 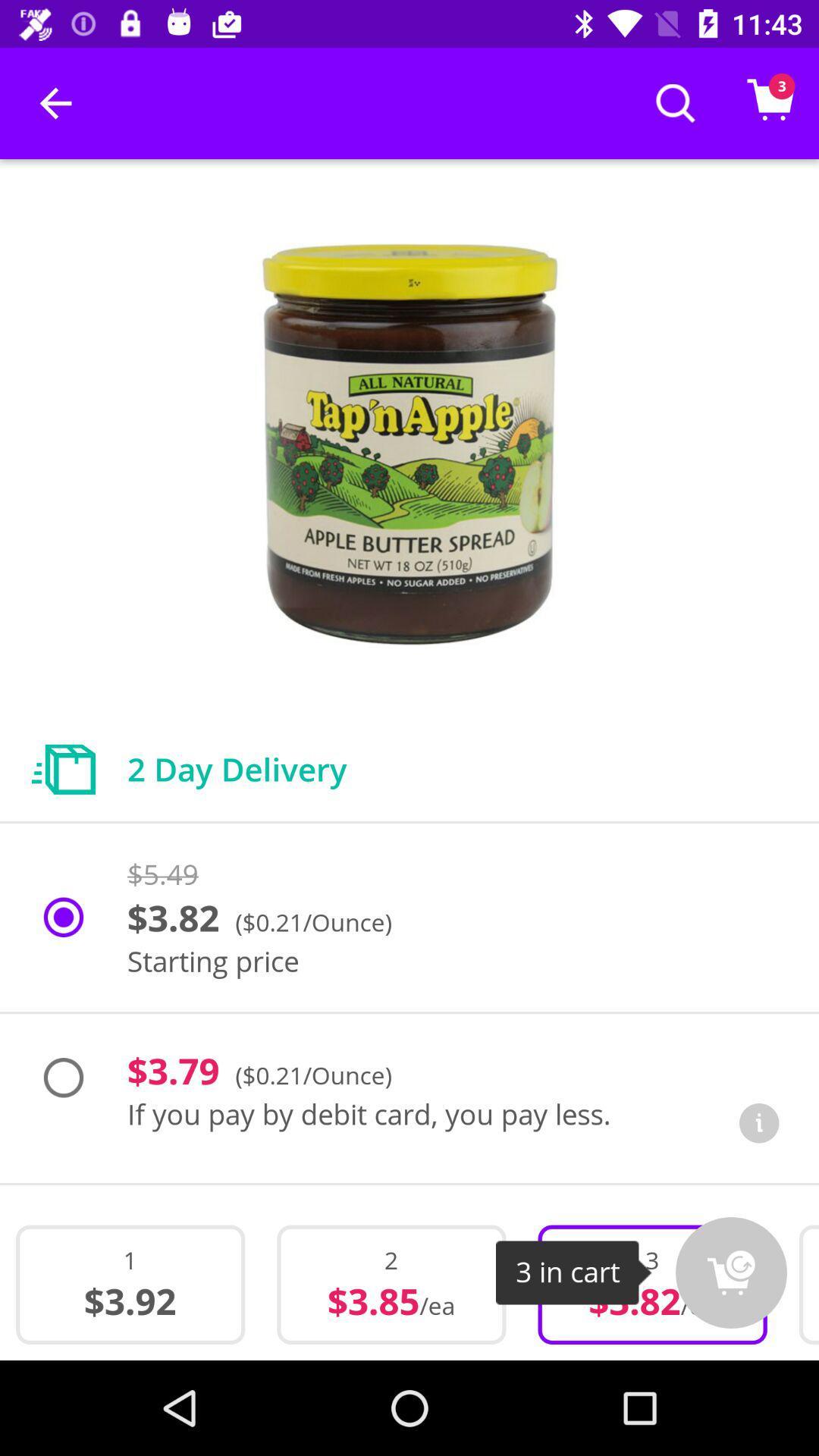 What do you see at coordinates (759, 1123) in the screenshot?
I see `more information` at bounding box center [759, 1123].